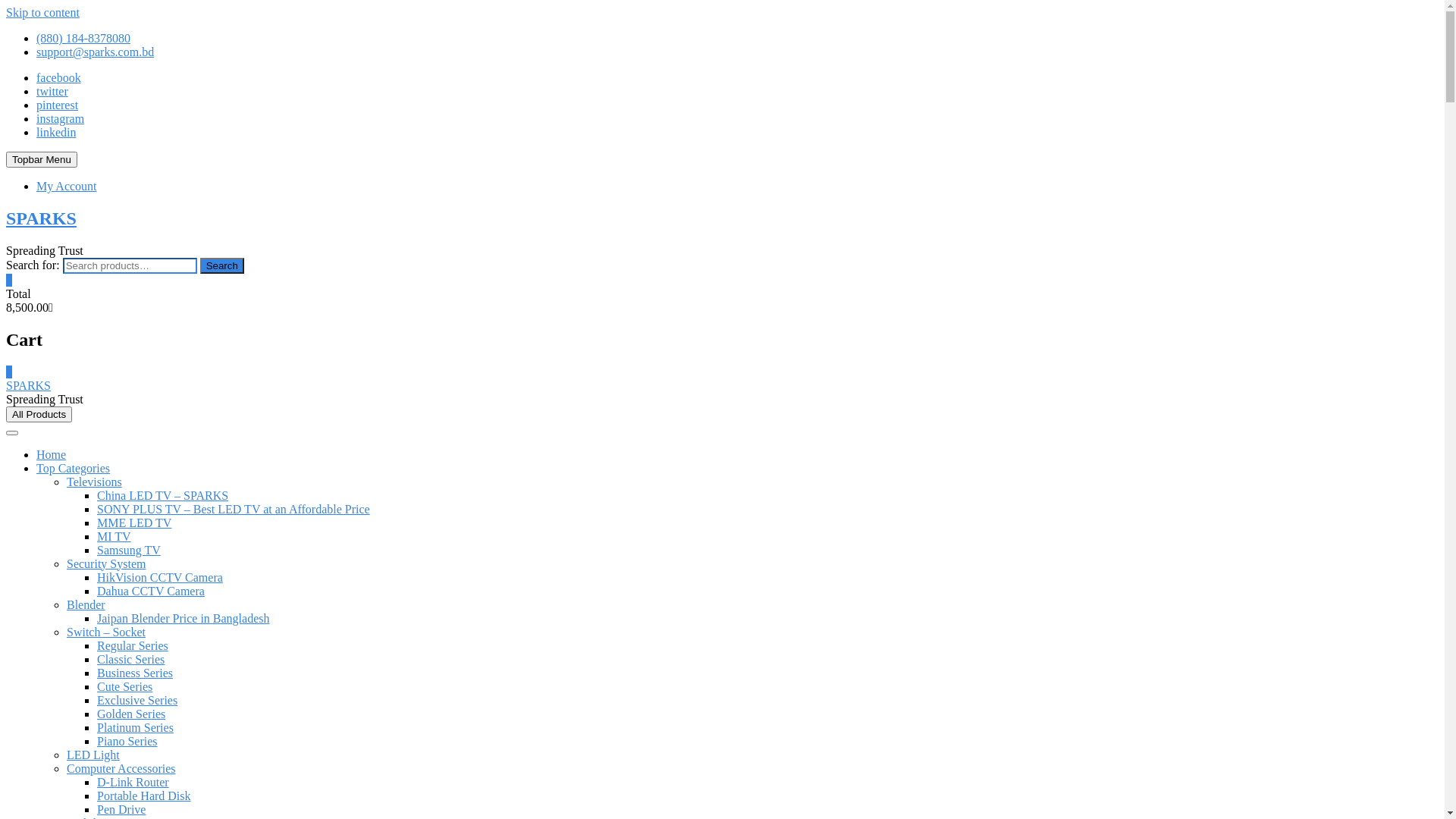  I want to click on 'Blender', so click(85, 604).